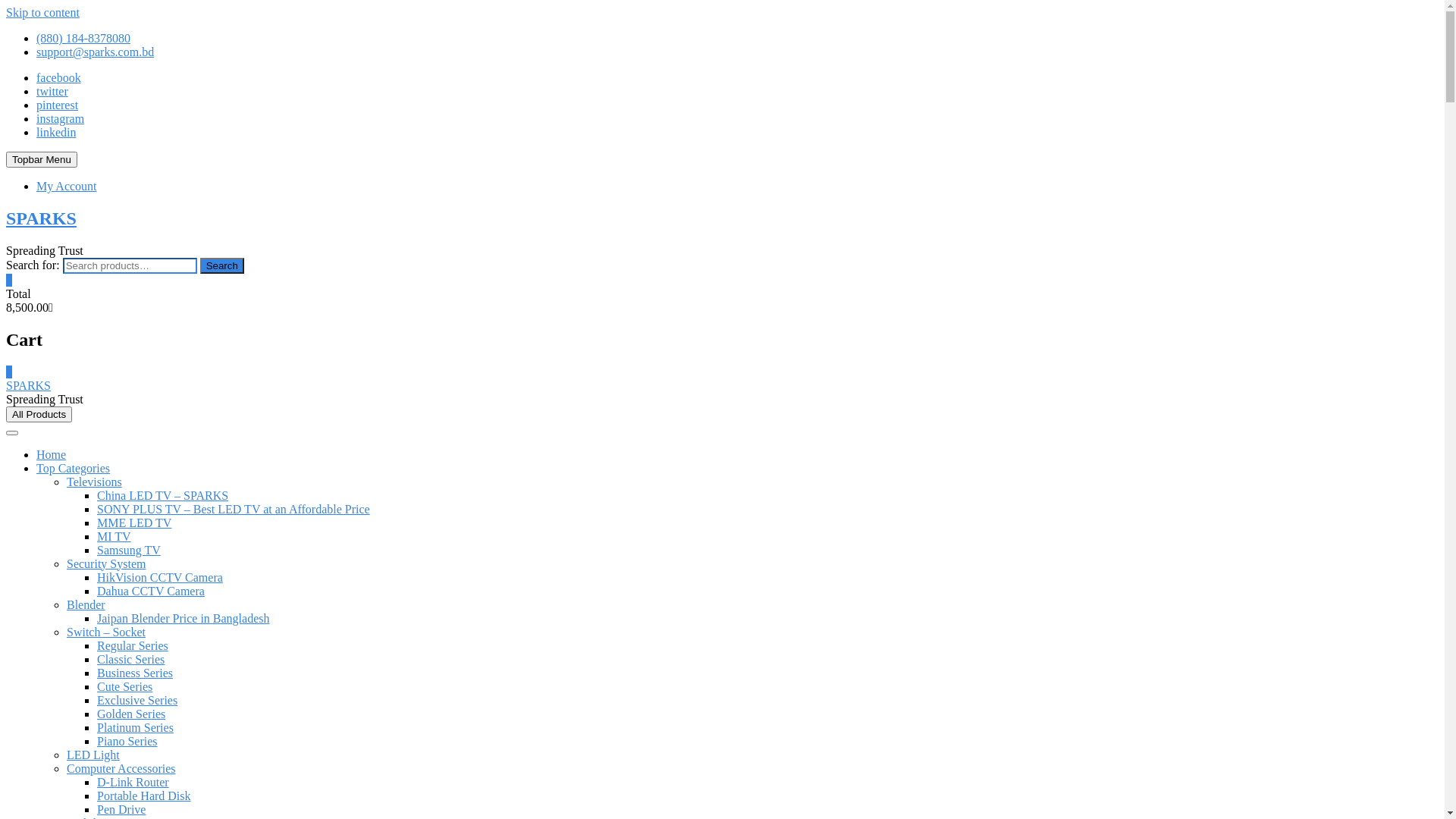  I want to click on 'Blender', so click(85, 604).